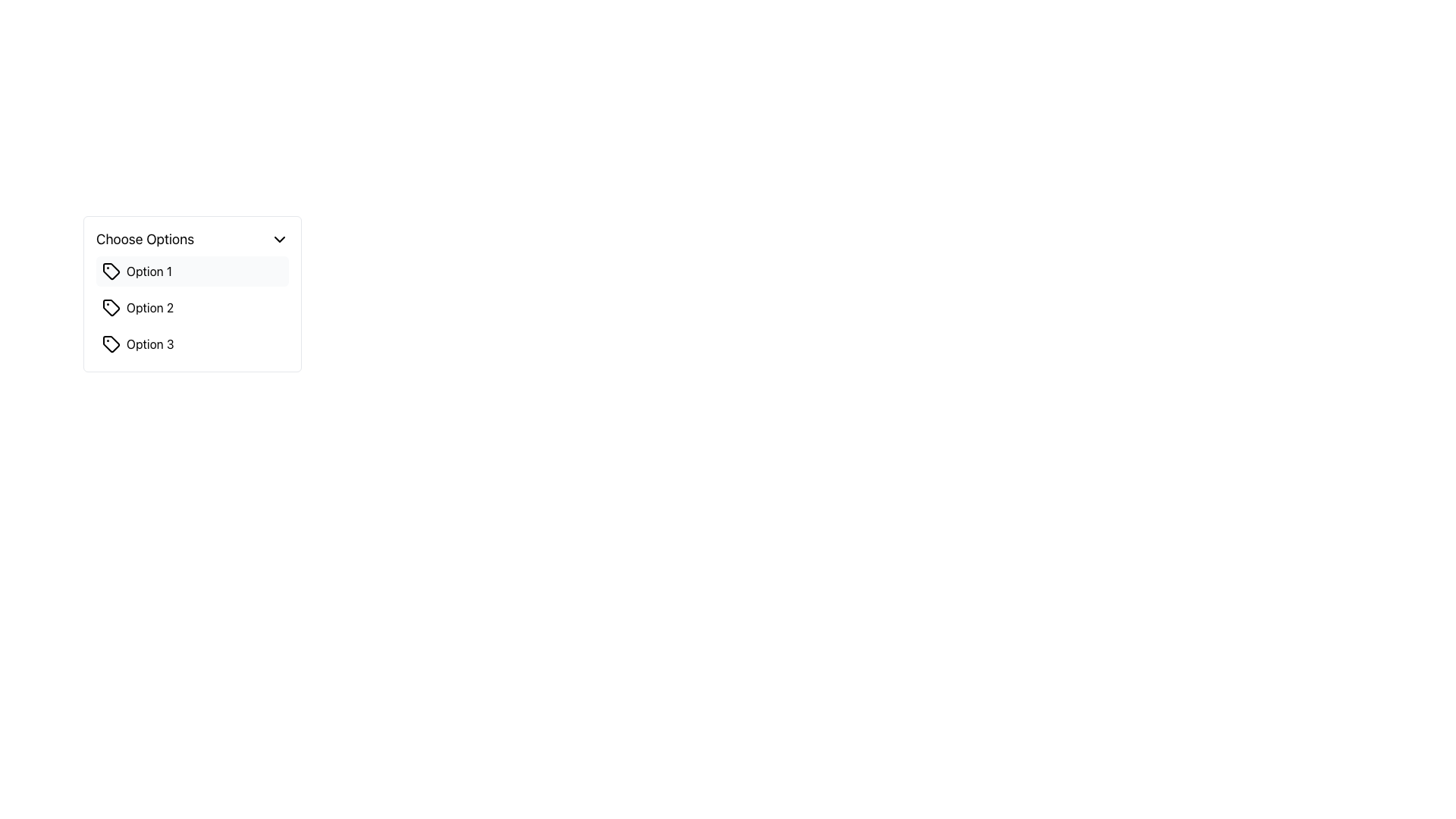 This screenshot has height=819, width=1456. Describe the element at coordinates (280, 239) in the screenshot. I see `the downward arrow icon located at the top-right corner of the 'Choose Options' section` at that location.